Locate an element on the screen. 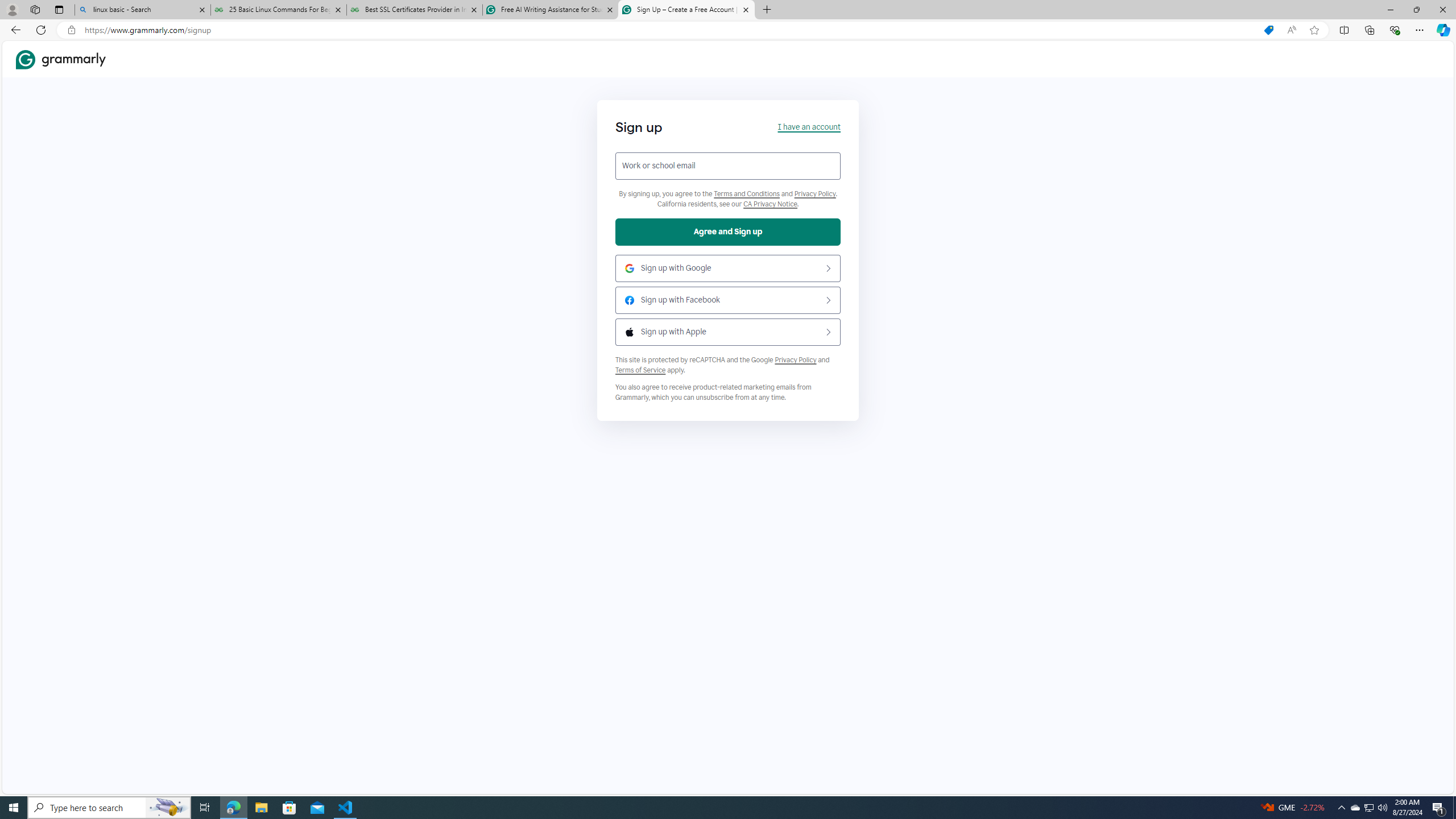 The image size is (1456, 819). 'Google Privacy Policy' is located at coordinates (795, 359).